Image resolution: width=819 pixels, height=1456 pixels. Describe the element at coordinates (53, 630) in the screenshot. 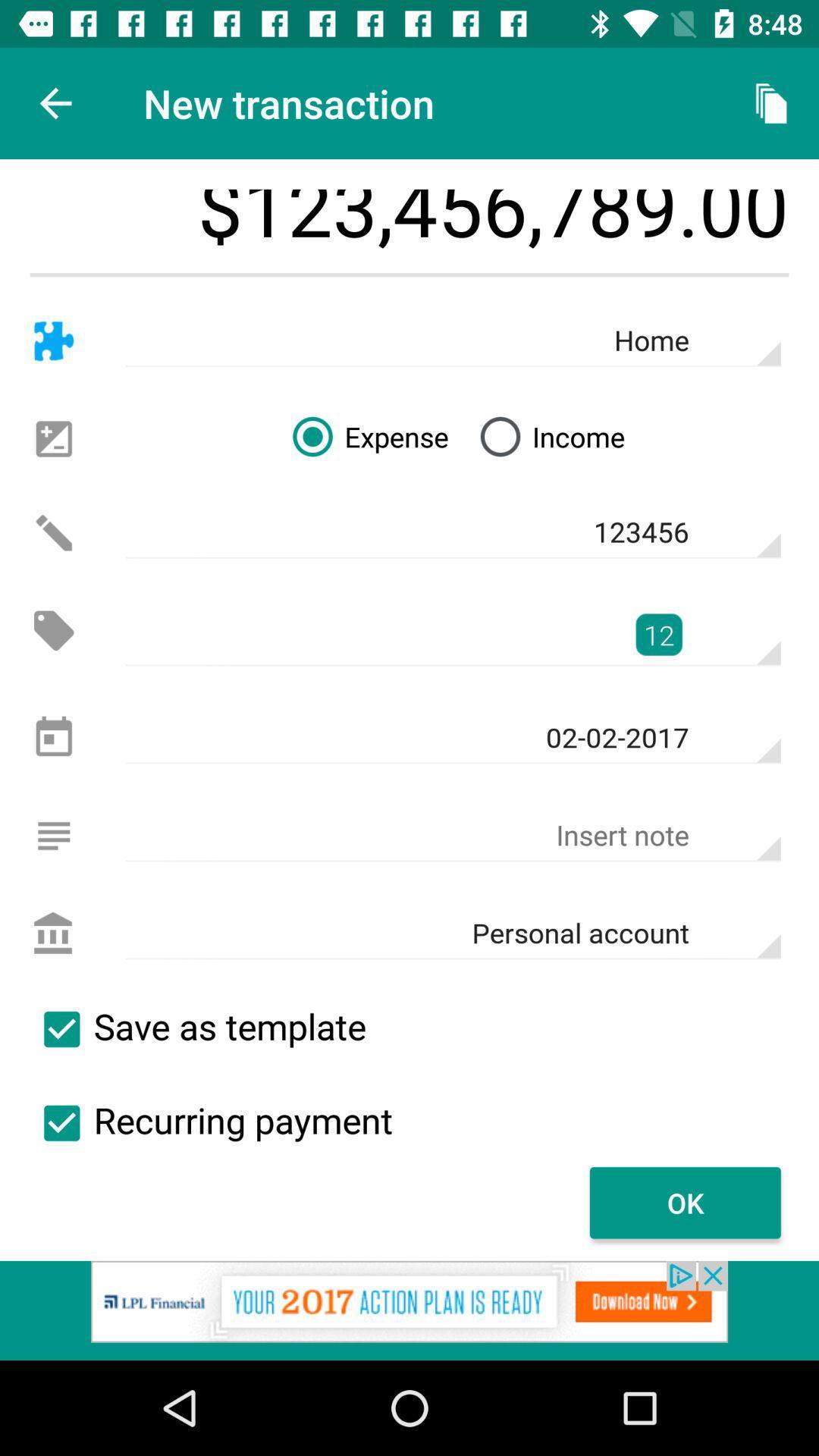

I see `access expenses` at that location.